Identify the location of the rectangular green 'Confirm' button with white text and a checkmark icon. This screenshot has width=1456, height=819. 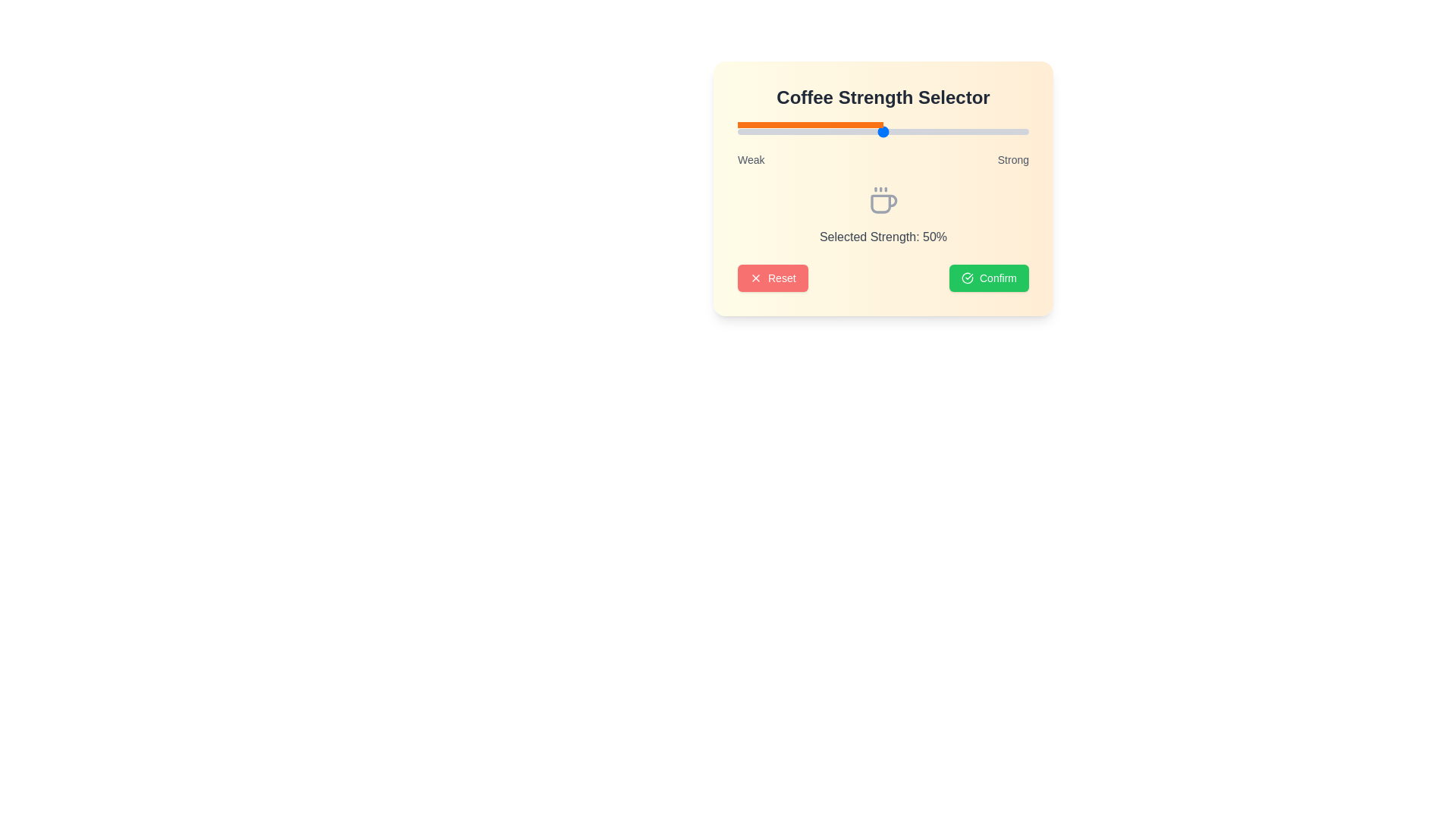
(989, 278).